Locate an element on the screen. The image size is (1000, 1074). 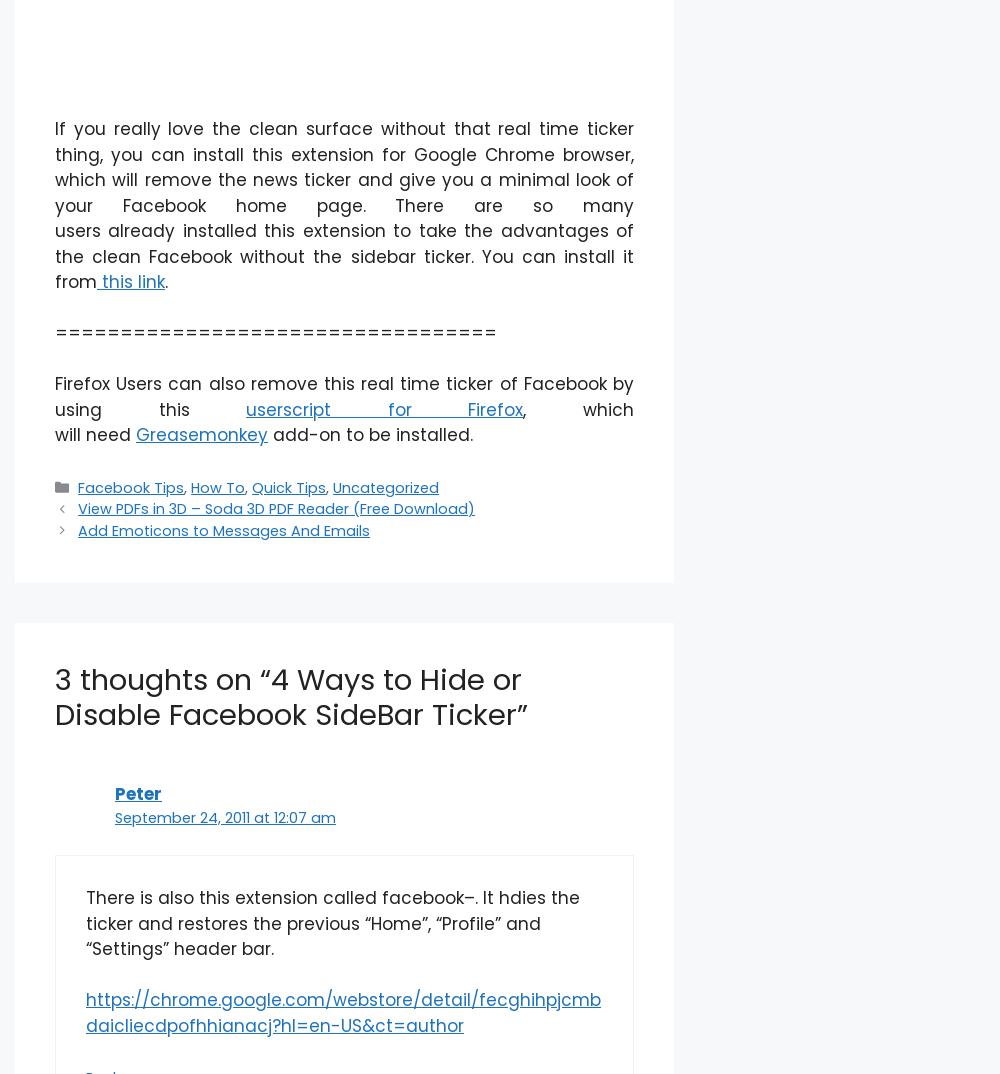
'How To' is located at coordinates (217, 486).